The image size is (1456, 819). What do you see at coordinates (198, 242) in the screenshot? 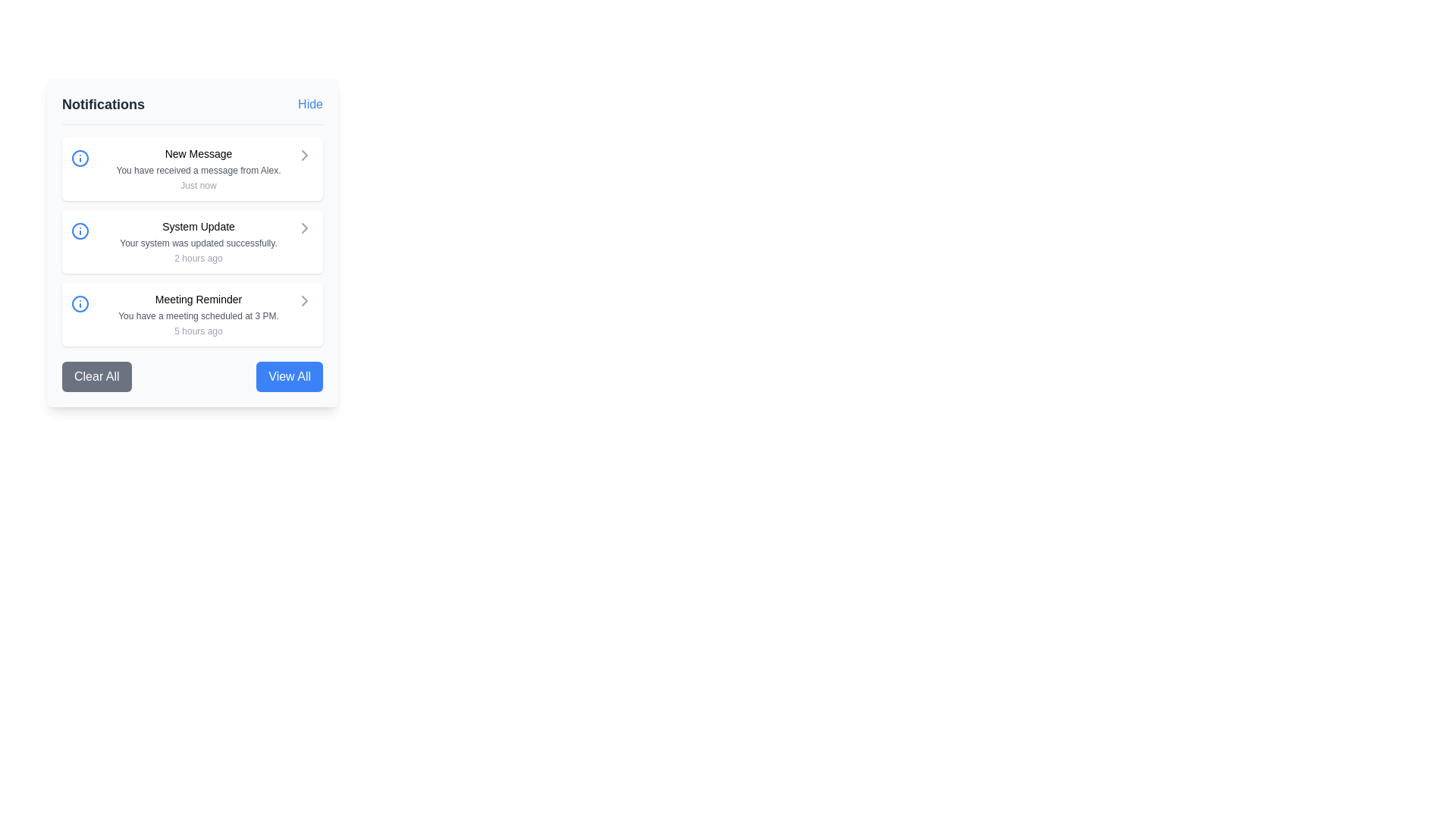
I see `the textual notification message reading 'Your system was updated successfully.' which is located below the title 'System Update' and above the timestamp '2 hours ago'` at bounding box center [198, 242].